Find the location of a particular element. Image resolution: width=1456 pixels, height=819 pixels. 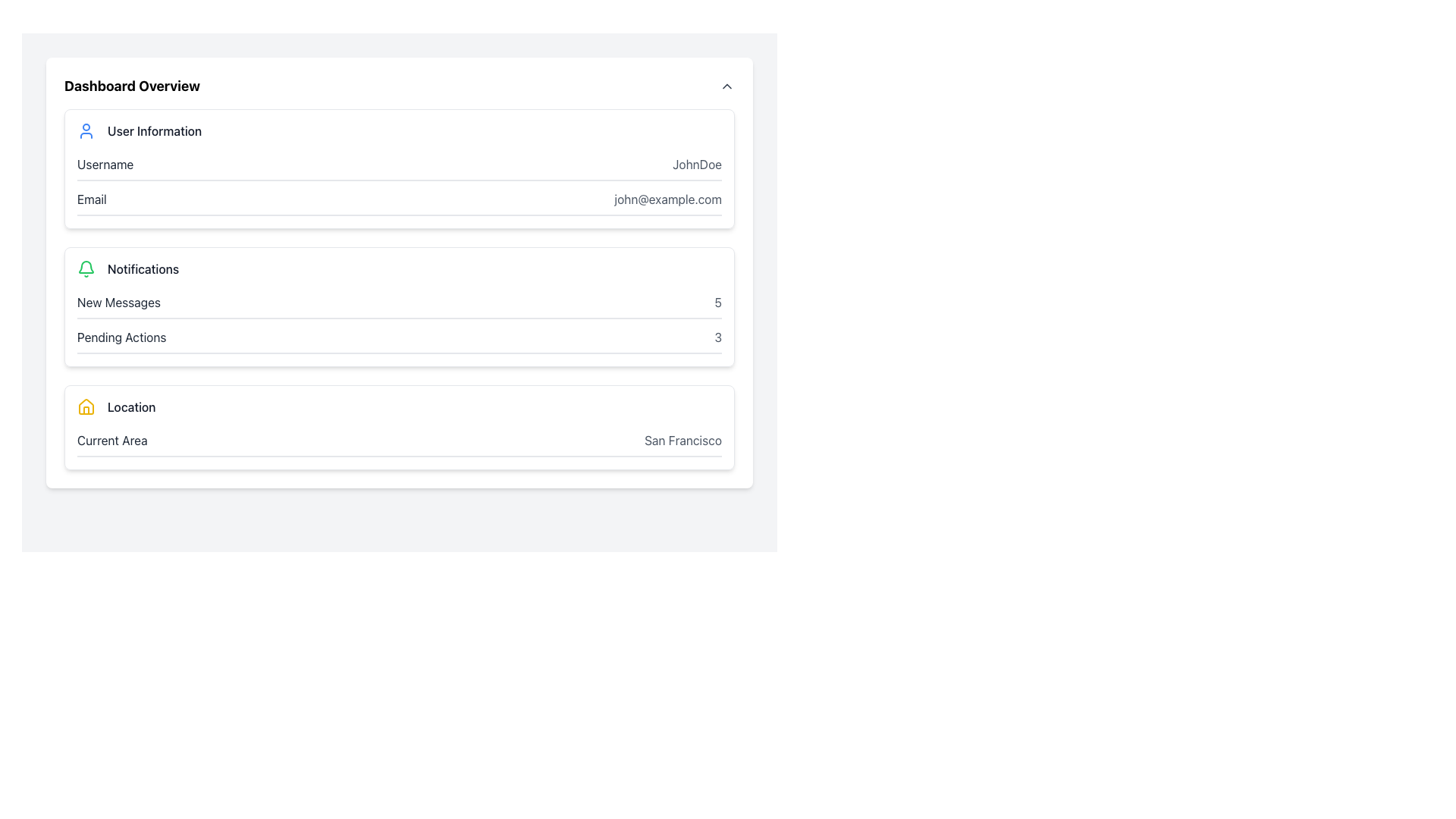

the 'Notifications' static text label, which is styled in dark gray and positioned near a green bell icon in the dashboard overview is located at coordinates (143, 268).